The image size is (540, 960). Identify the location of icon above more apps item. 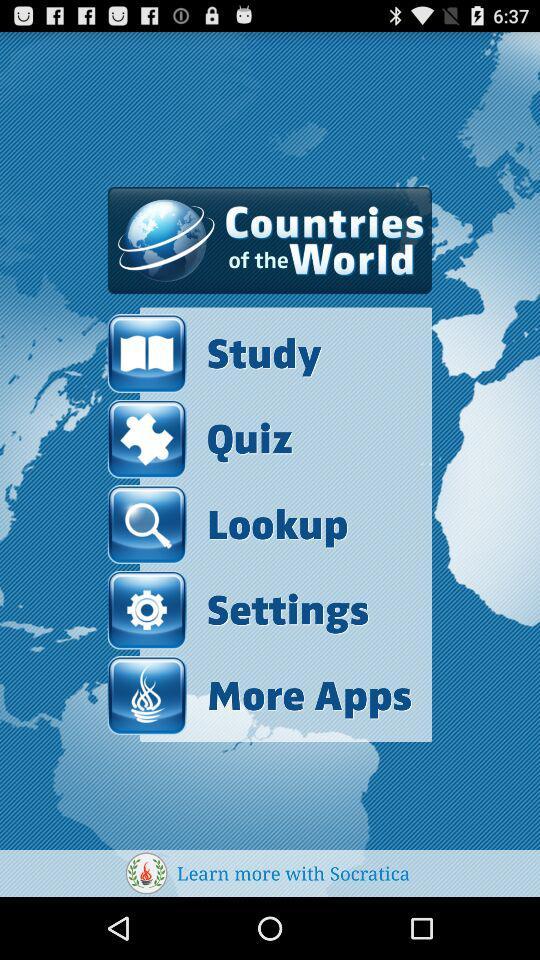
(238, 609).